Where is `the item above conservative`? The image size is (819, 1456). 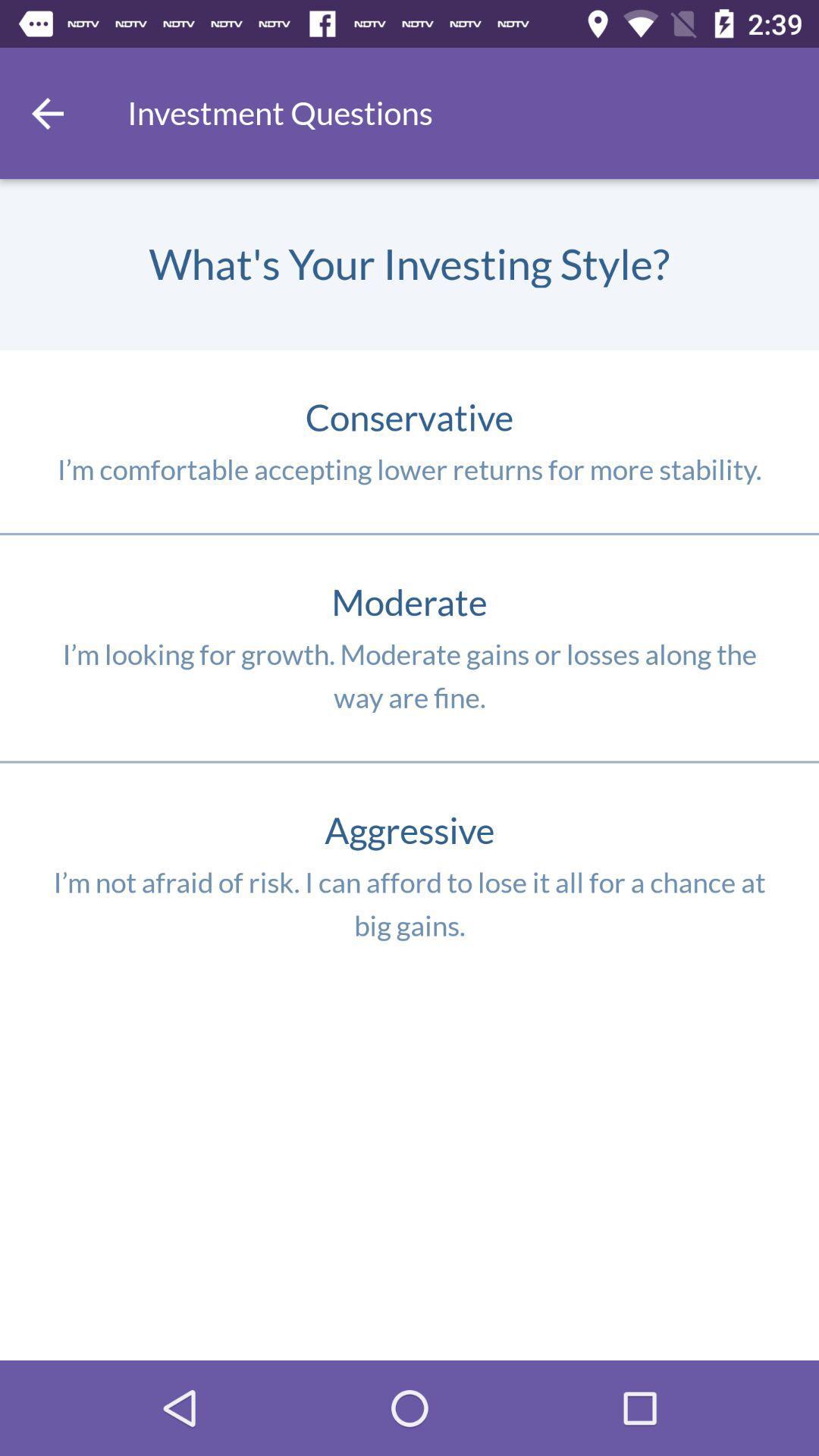
the item above conservative is located at coordinates (46, 112).